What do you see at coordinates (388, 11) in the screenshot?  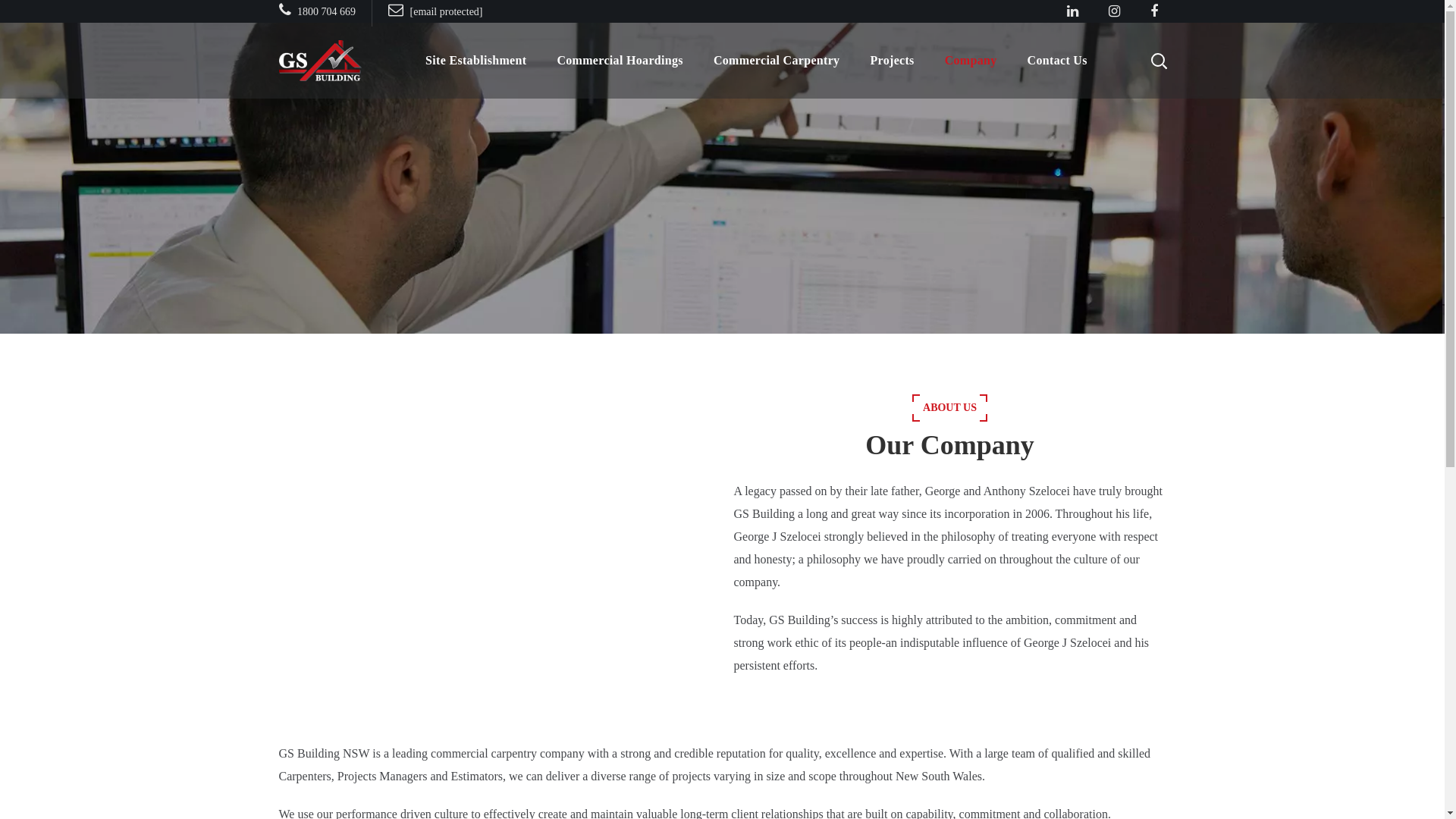 I see `'[email protected]'` at bounding box center [388, 11].